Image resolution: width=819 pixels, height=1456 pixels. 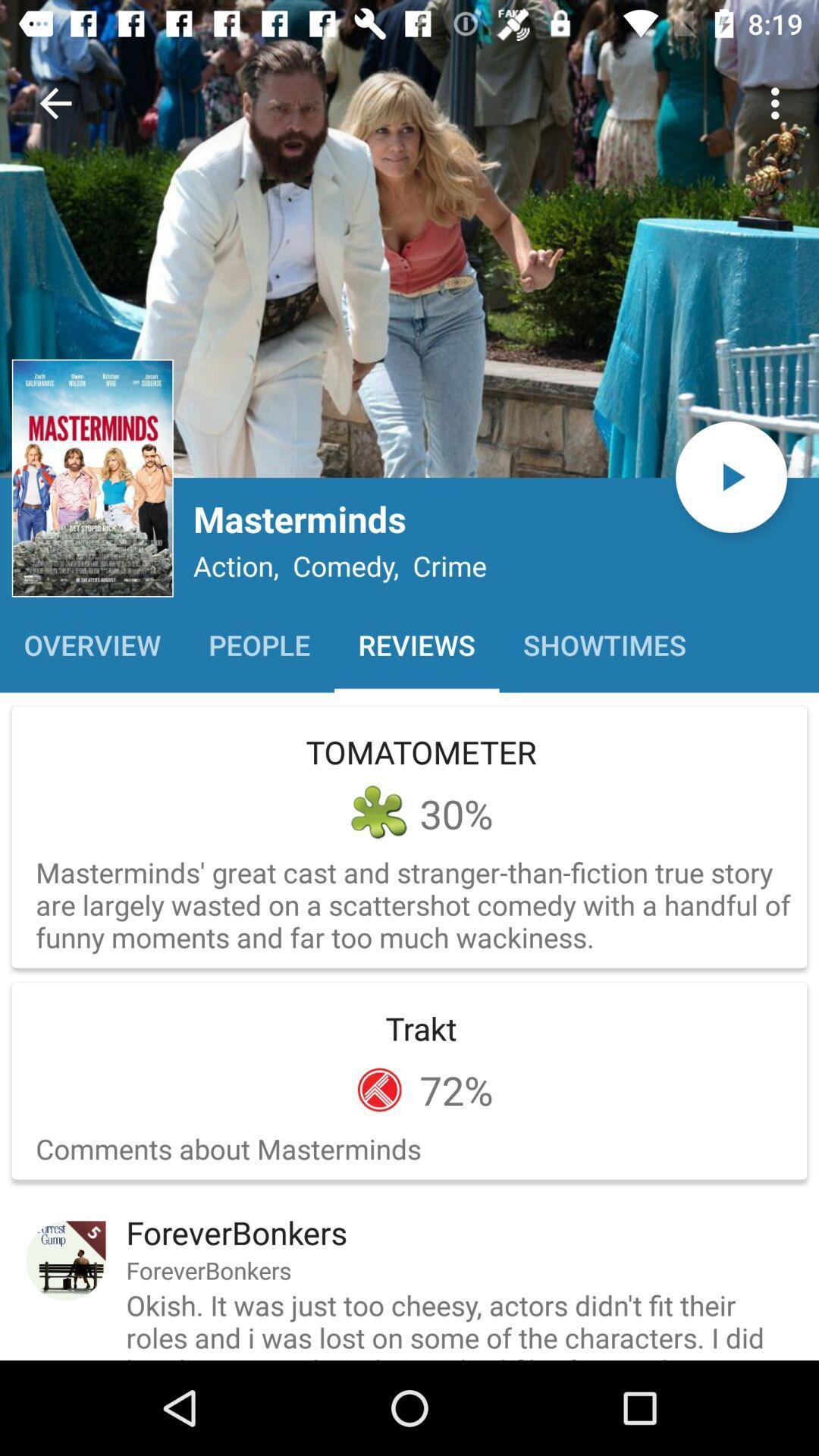 What do you see at coordinates (730, 476) in the screenshot?
I see `play` at bounding box center [730, 476].